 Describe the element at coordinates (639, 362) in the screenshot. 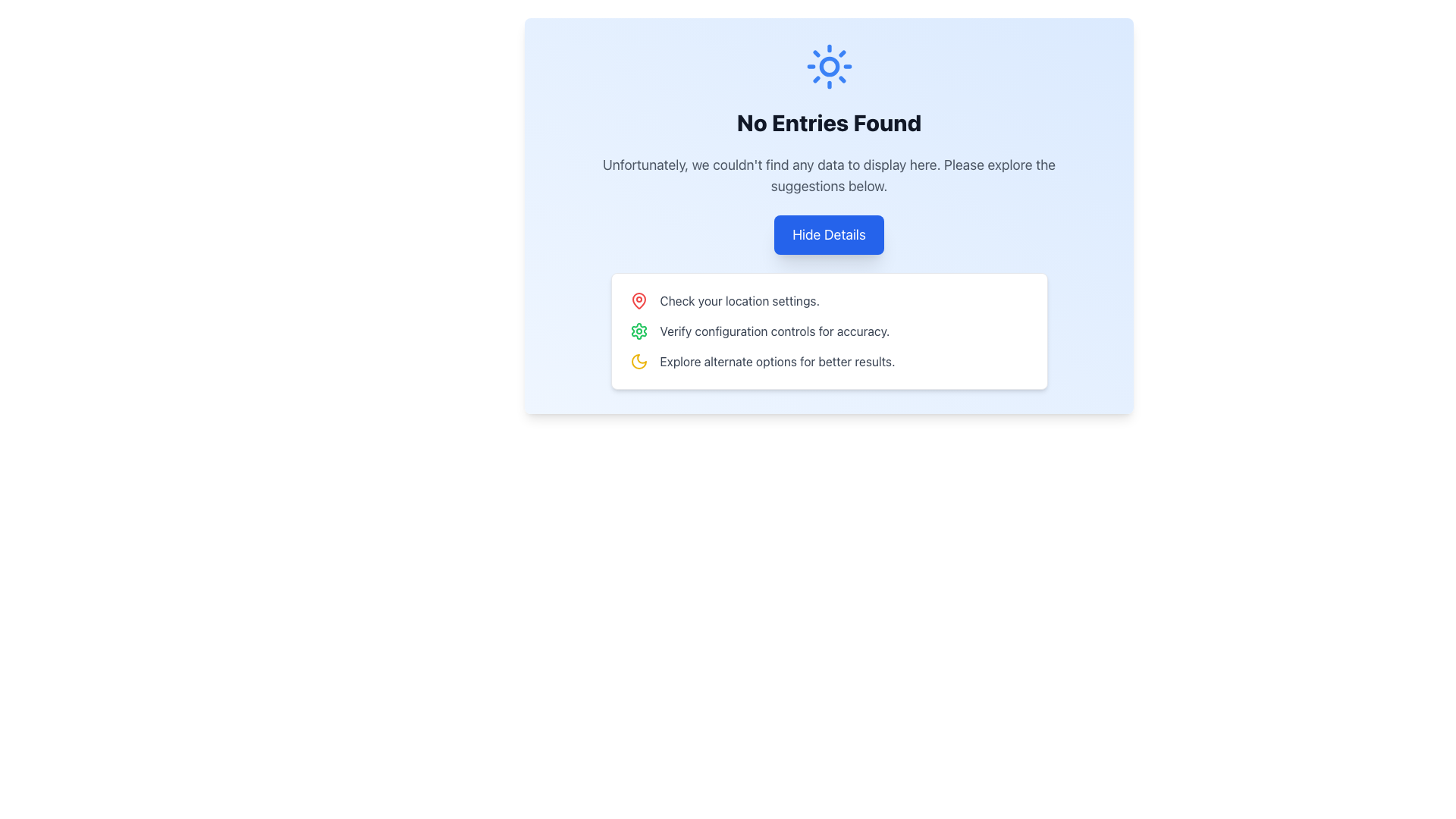

I see `the crescent moon graphic icon, which indicates a nighttime or themed mode on the interface, located in the upper-middle portion near the 'No Entries Found' notification` at that location.